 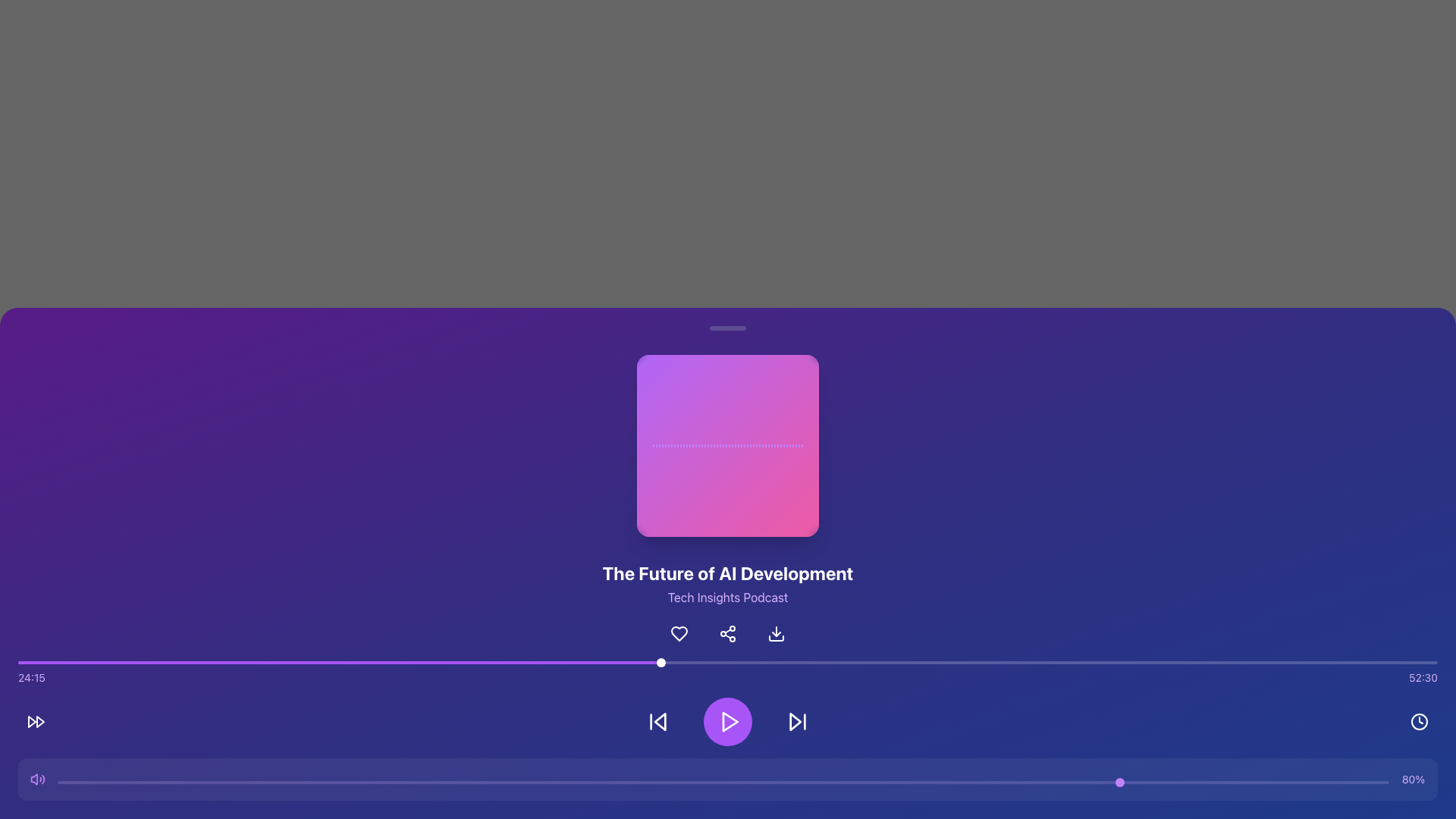 What do you see at coordinates (1422, 677) in the screenshot?
I see `the value displayed in the text label that shows the total duration of the audio or video file, located in the bottom-right corner of the media control interface` at bounding box center [1422, 677].